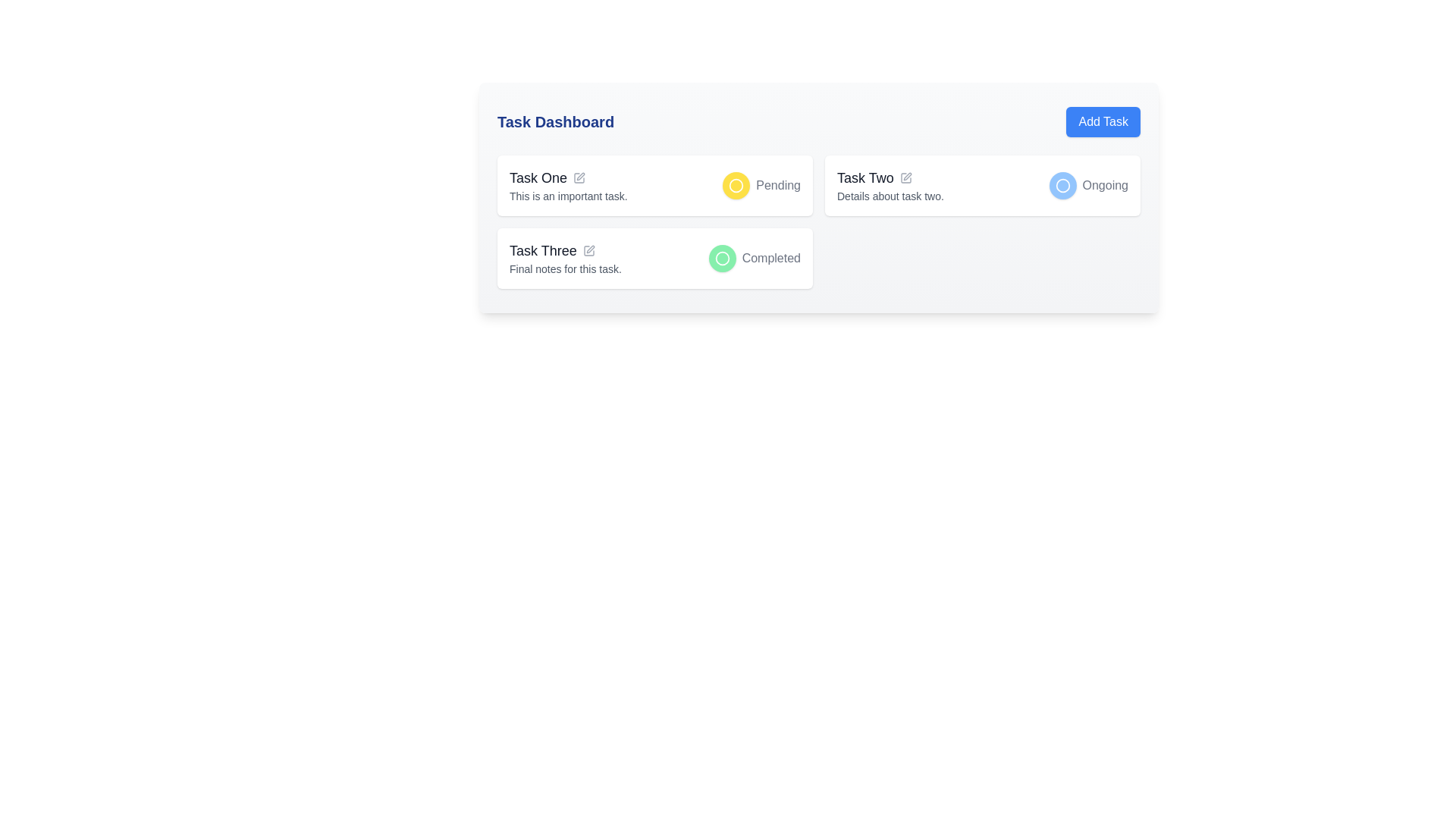 The image size is (1456, 819). What do you see at coordinates (1062, 185) in the screenshot?
I see `the status indicator button located to the left of the 'Ongoing' text in the top-right section of the second task's details row for accessibility interaction` at bounding box center [1062, 185].